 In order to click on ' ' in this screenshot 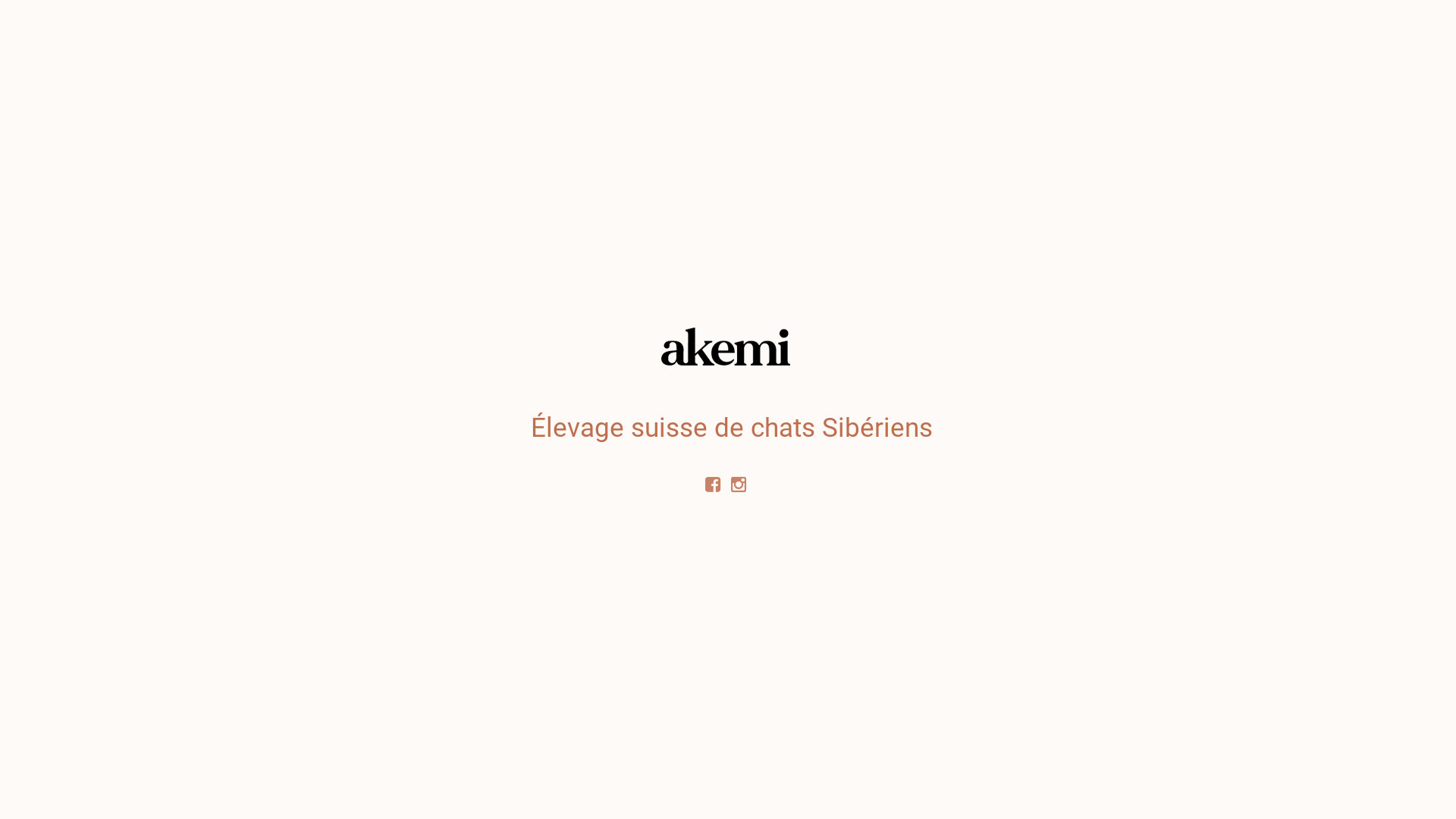, I will do `click(741, 483)`.